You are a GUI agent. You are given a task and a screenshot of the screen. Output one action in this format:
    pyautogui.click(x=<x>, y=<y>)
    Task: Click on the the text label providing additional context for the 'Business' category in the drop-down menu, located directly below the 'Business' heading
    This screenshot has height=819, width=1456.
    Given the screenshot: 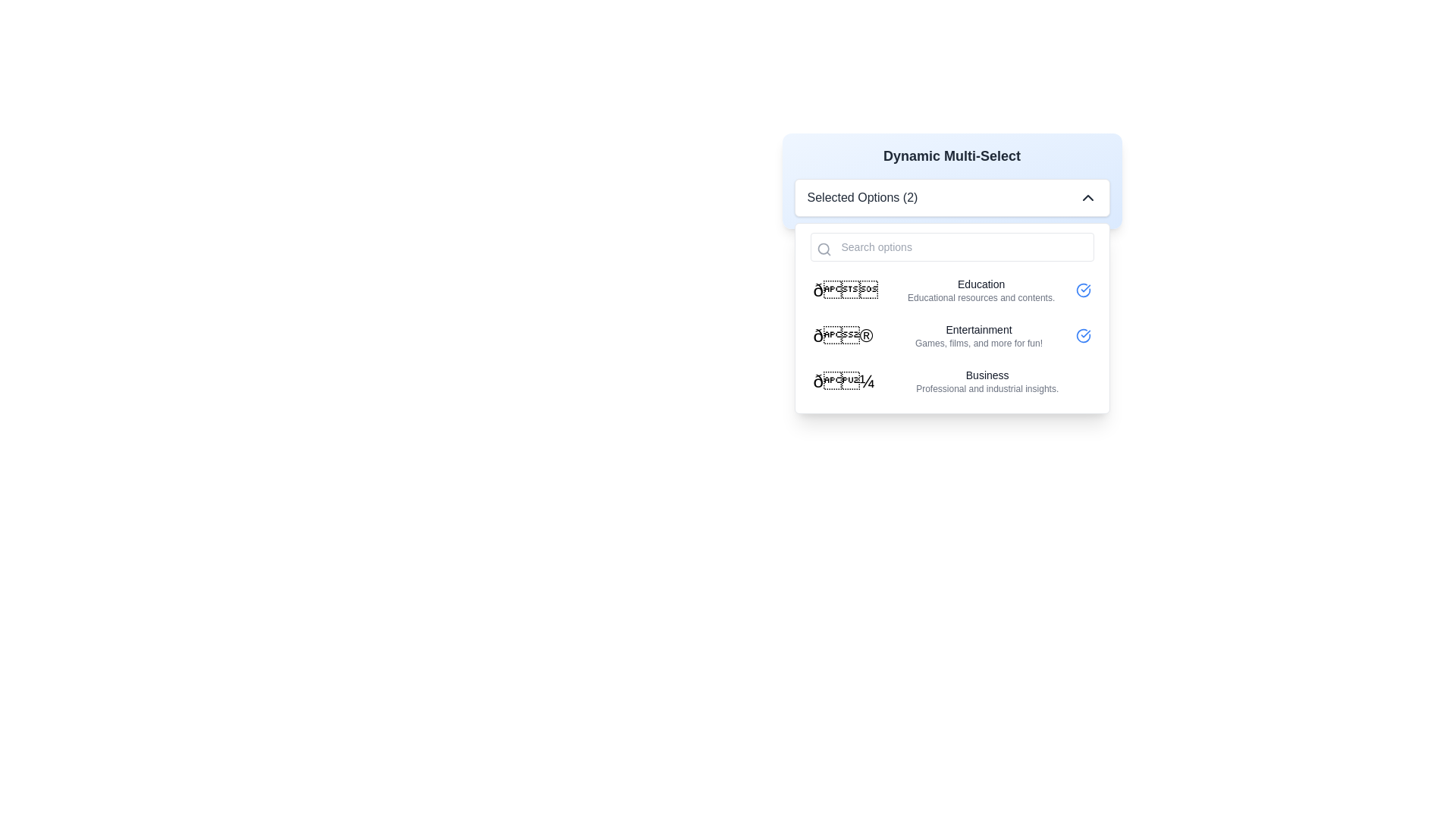 What is the action you would take?
    pyautogui.click(x=987, y=388)
    